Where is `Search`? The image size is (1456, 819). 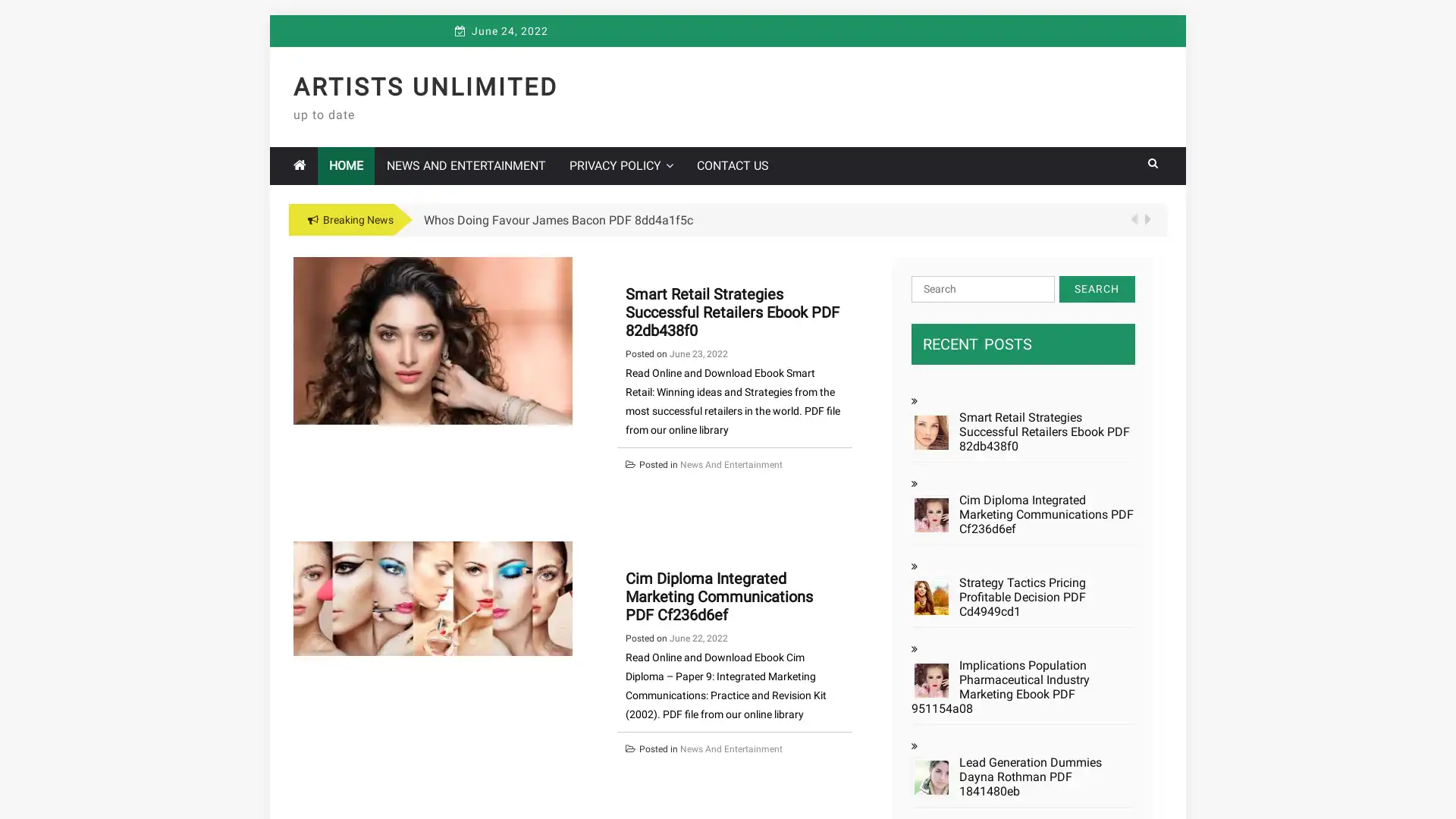 Search is located at coordinates (1096, 288).